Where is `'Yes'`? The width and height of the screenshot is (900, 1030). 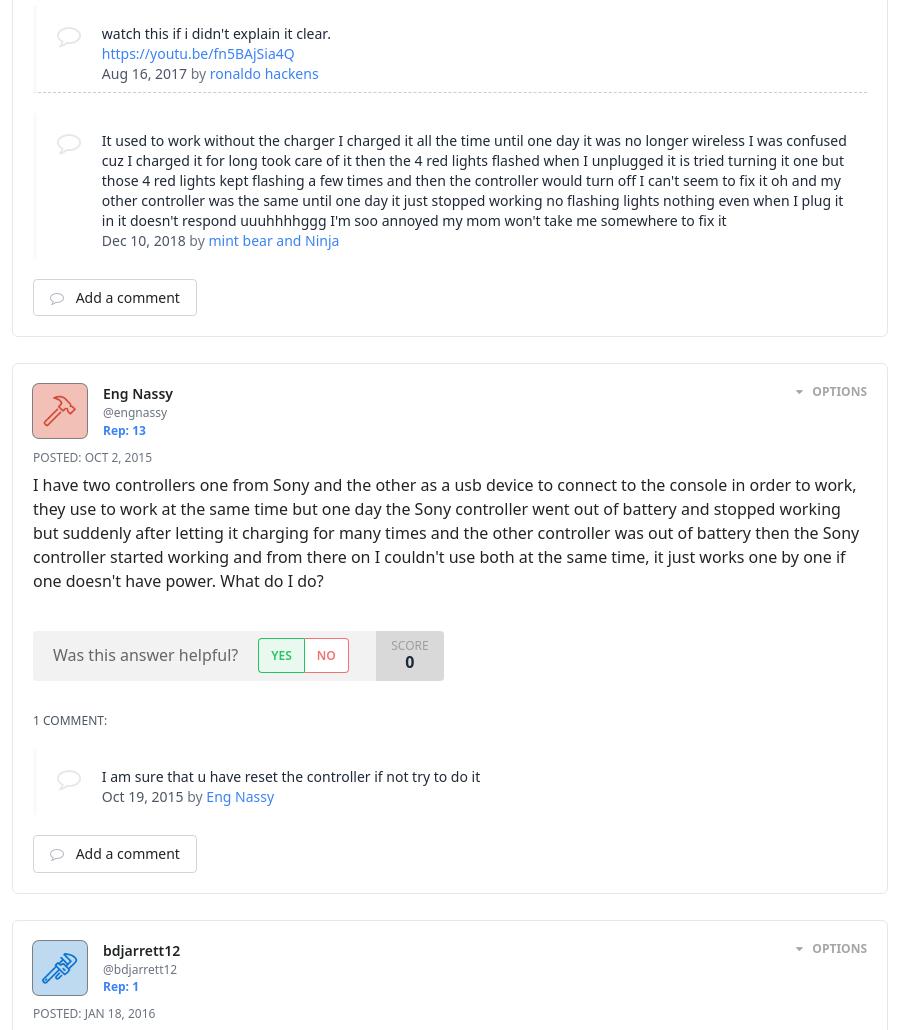
'Yes' is located at coordinates (279, 653).